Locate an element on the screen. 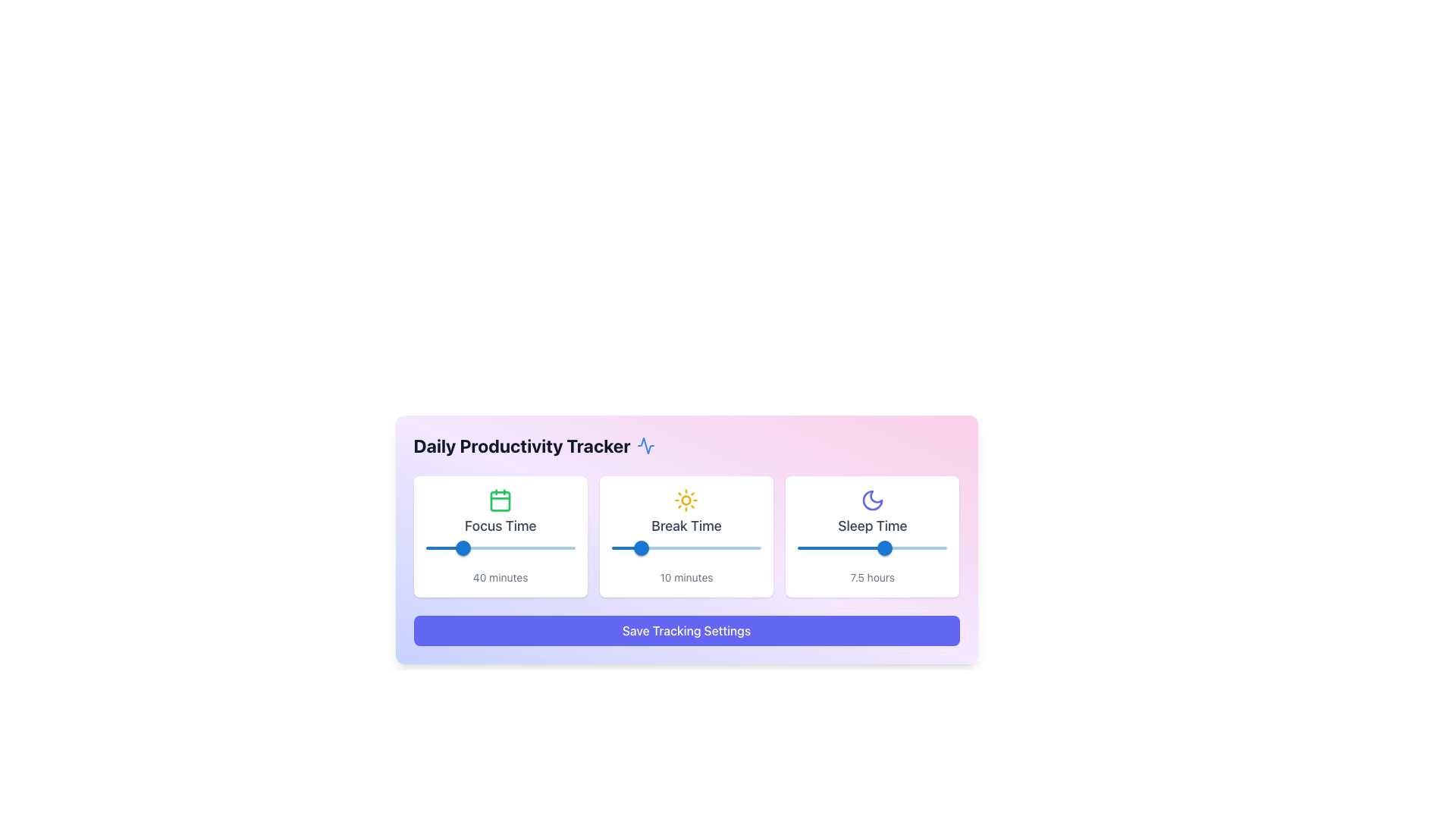 Image resolution: width=1456 pixels, height=819 pixels. break time is located at coordinates (648, 548).